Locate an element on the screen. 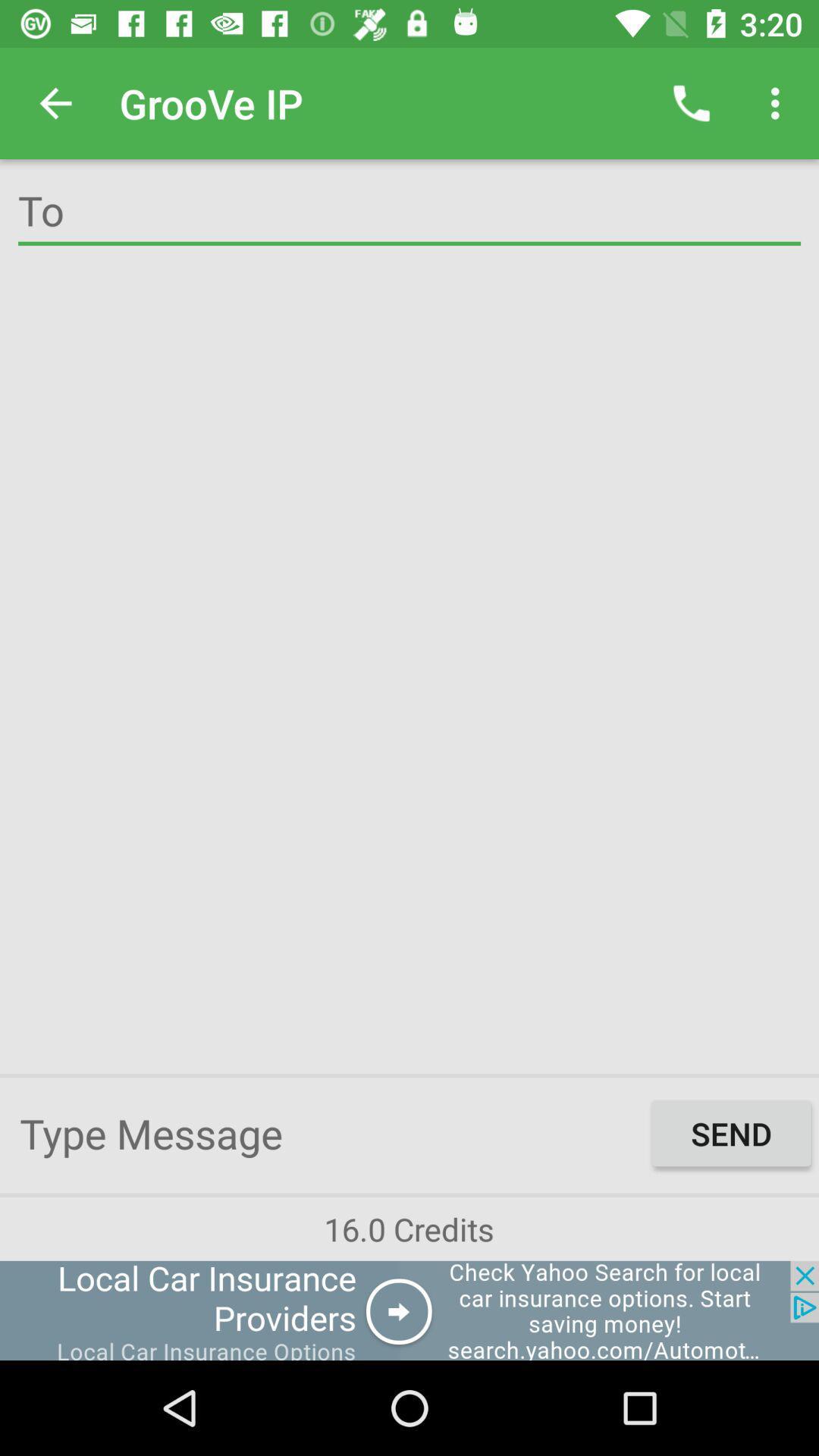 Image resolution: width=819 pixels, height=1456 pixels. recipient phone number is located at coordinates (409, 213).